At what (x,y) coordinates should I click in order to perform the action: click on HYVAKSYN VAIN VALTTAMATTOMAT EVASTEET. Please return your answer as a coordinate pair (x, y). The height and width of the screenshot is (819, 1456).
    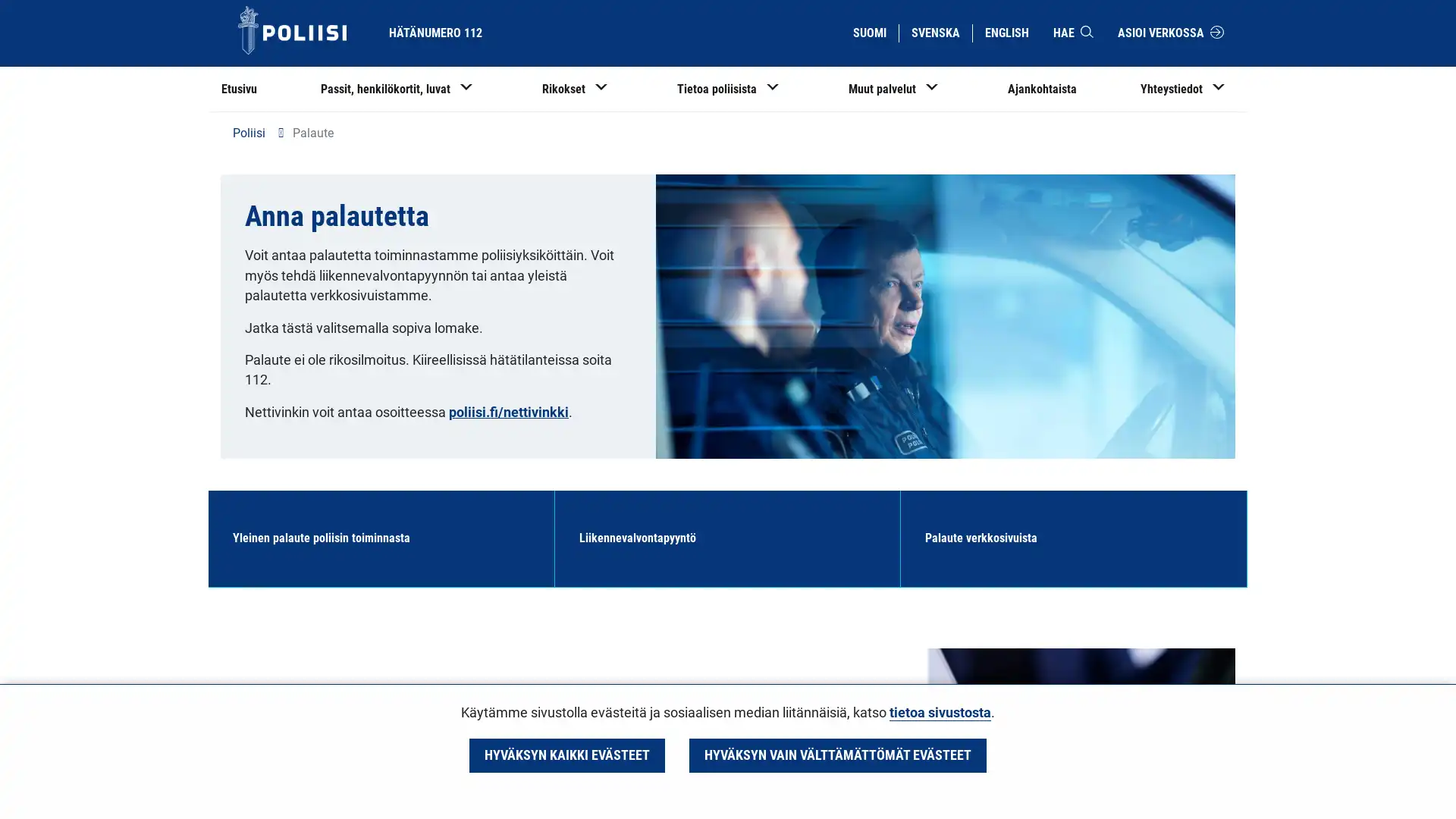
    Looking at the image, I should click on (836, 755).